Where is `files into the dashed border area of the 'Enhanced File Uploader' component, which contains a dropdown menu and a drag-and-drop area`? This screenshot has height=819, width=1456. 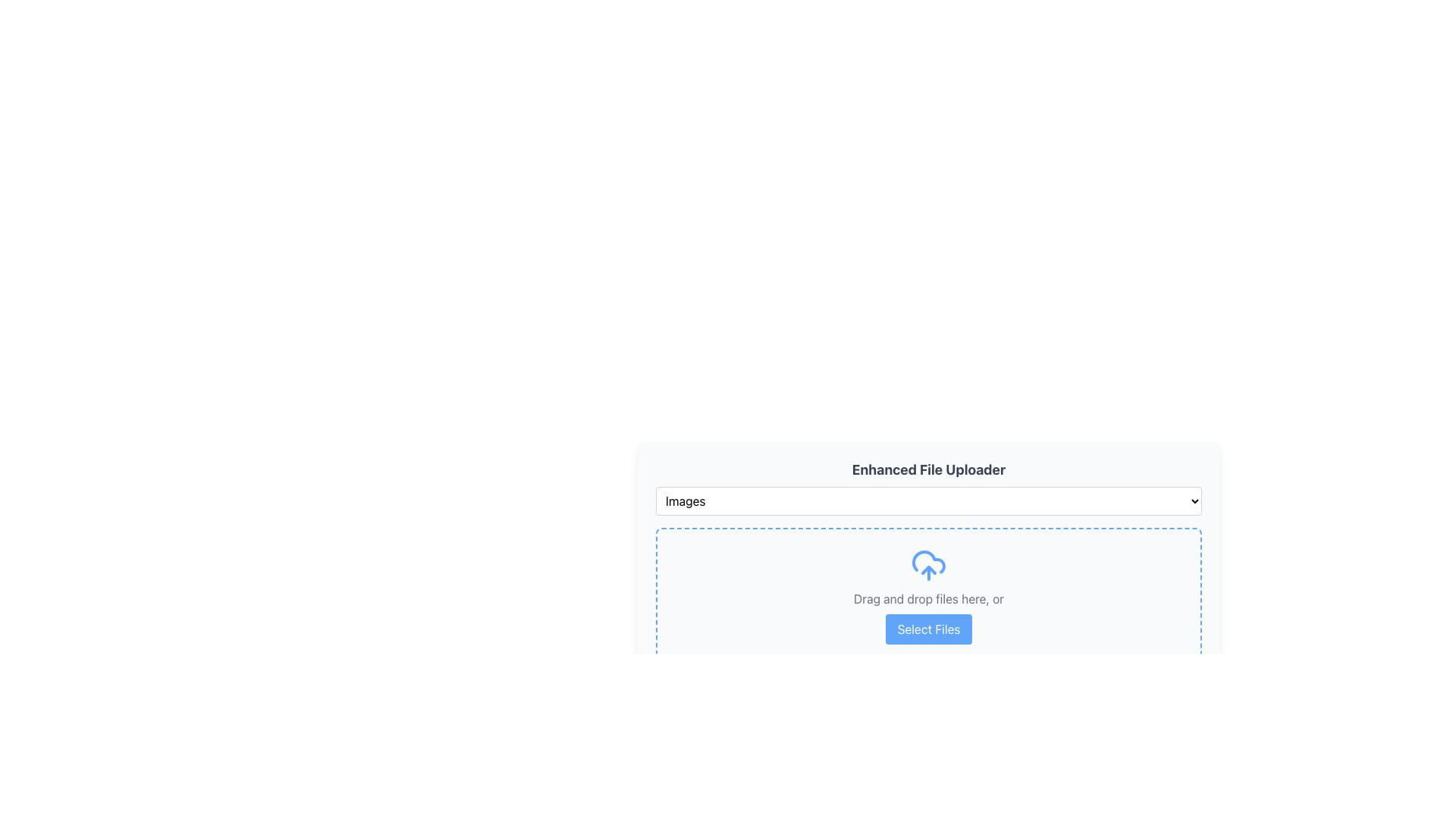
files into the dashed border area of the 'Enhanced File Uploader' component, which contains a dropdown menu and a drag-and-drop area is located at coordinates (927, 537).